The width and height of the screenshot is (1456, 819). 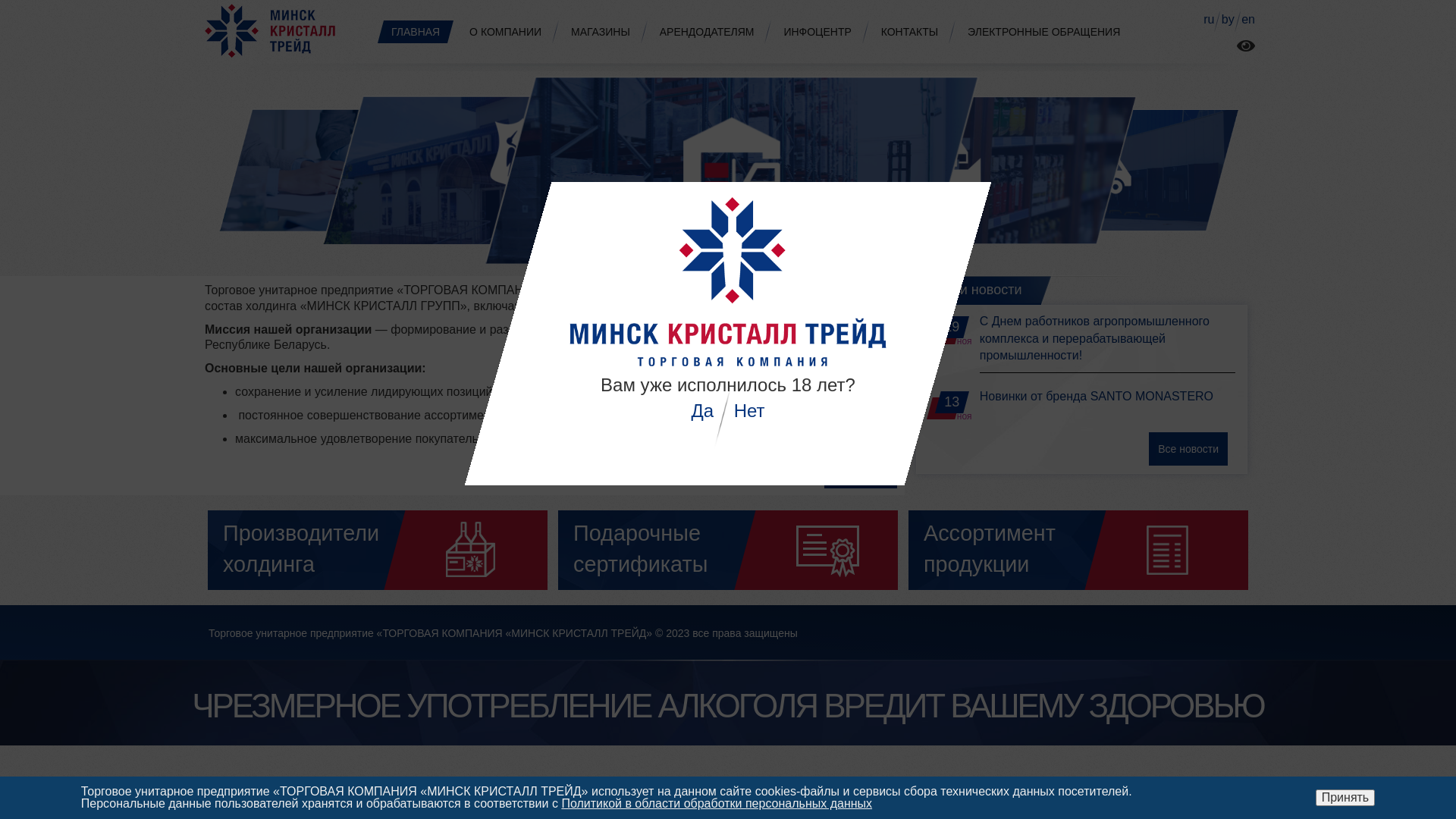 I want to click on 'by', so click(x=1222, y=19).